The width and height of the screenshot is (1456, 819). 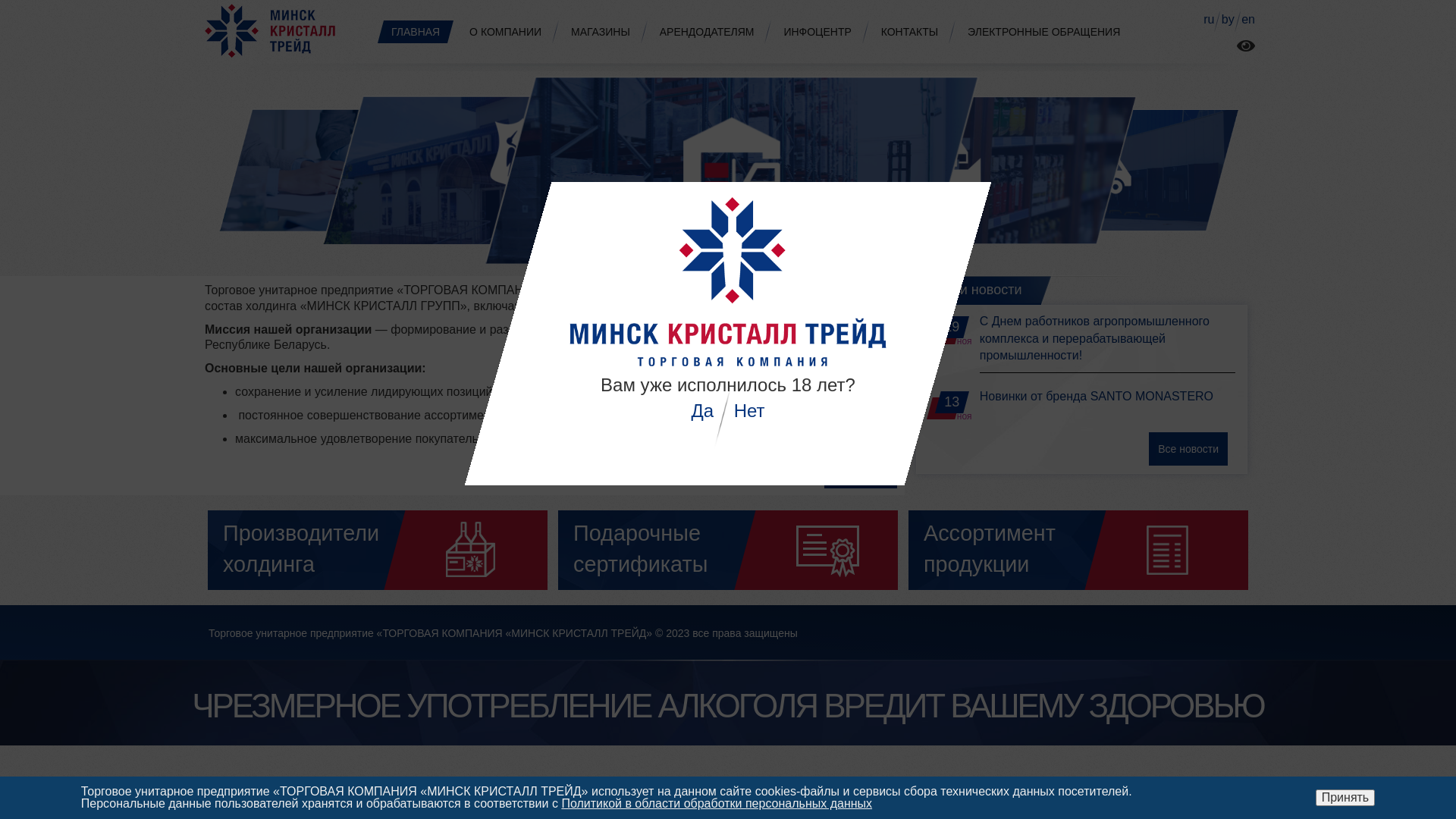 I want to click on 'by', so click(x=1222, y=19).